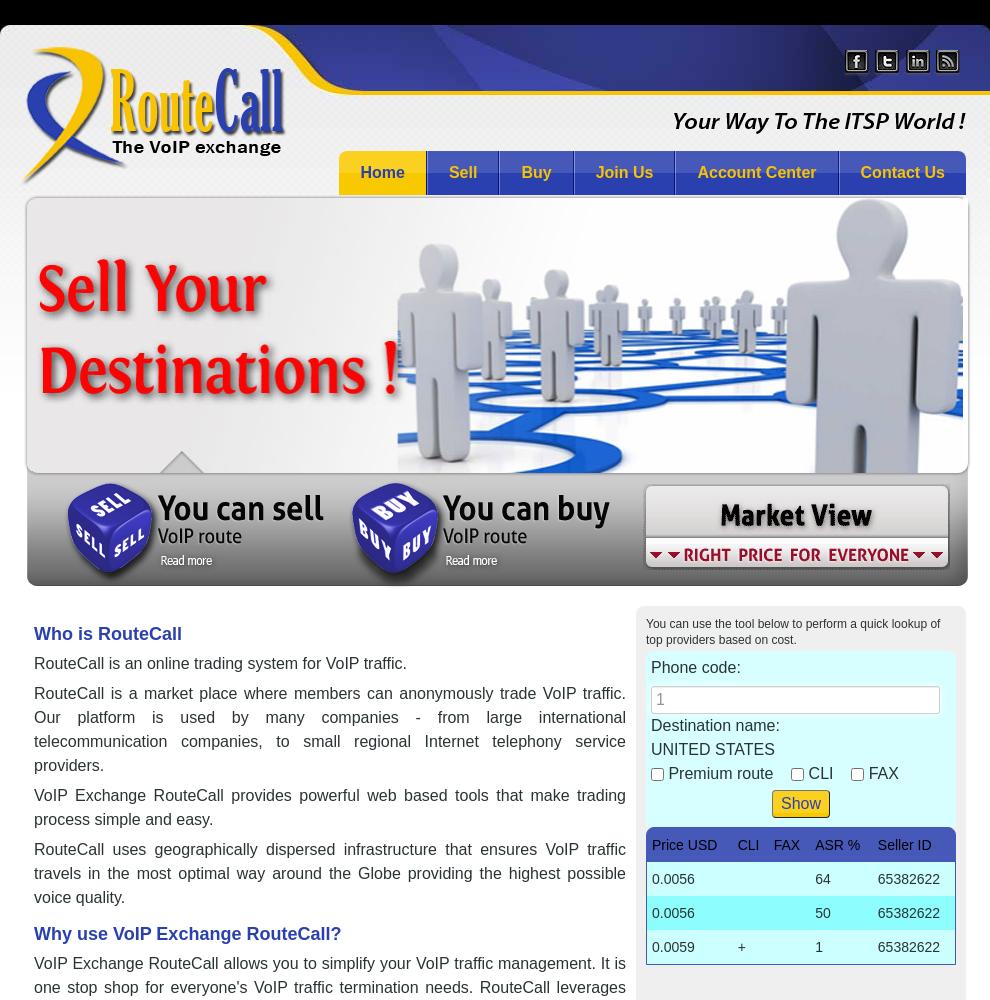  Describe the element at coordinates (673, 946) in the screenshot. I see `'0.0059'` at that location.